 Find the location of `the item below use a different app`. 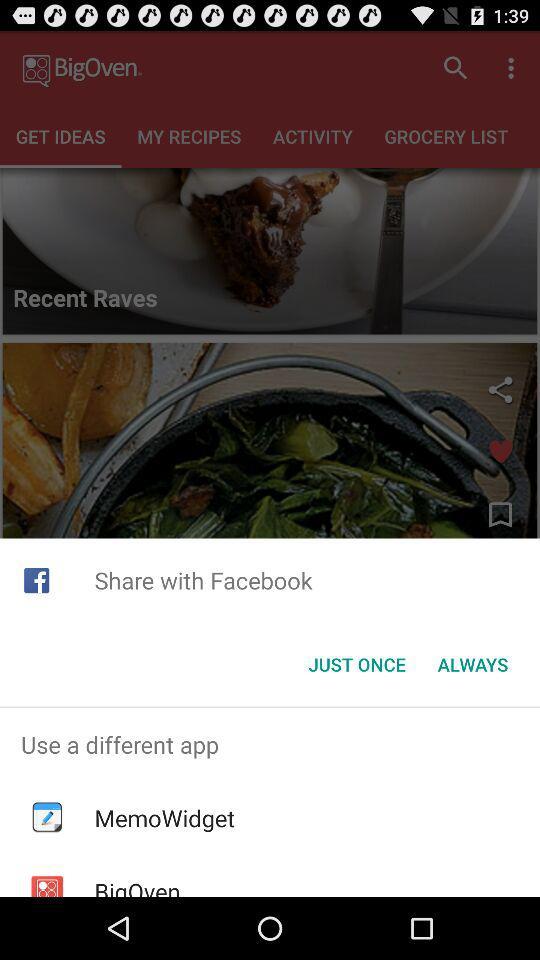

the item below use a different app is located at coordinates (163, 818).